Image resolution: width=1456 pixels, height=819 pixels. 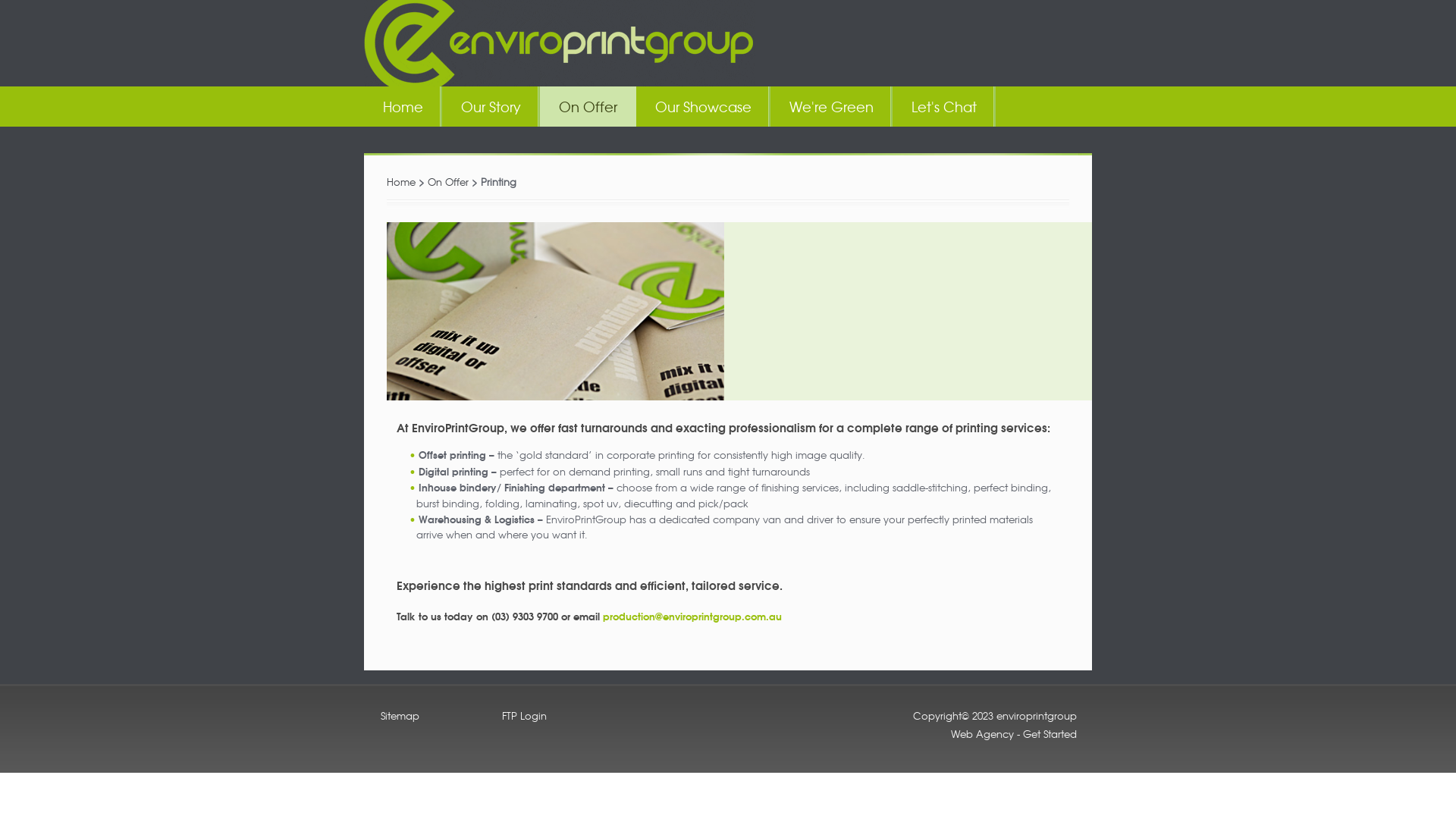 I want to click on 'Home', so click(x=403, y=105).